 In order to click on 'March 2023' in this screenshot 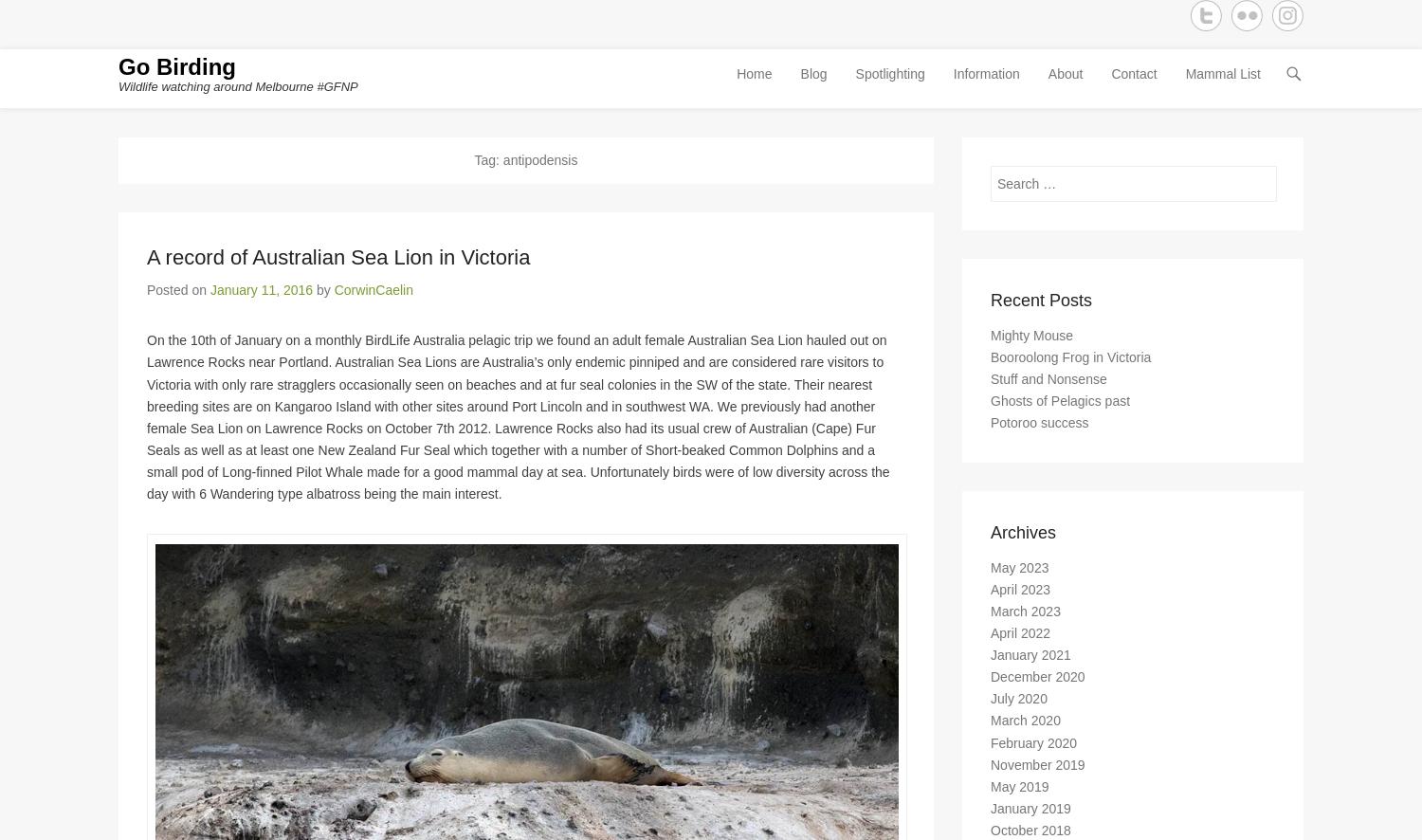, I will do `click(1024, 618)`.